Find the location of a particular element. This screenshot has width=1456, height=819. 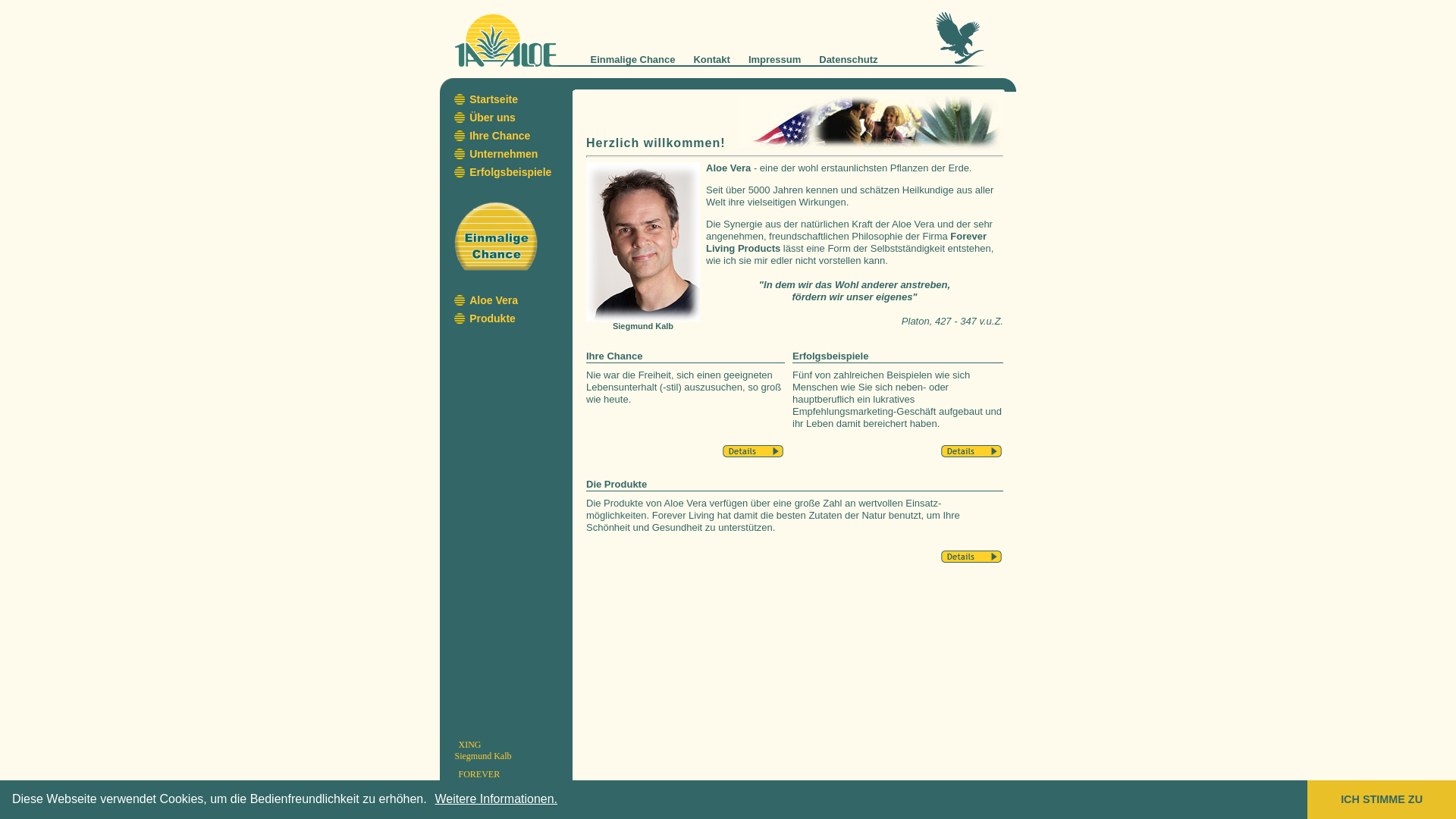

'Produkte' is located at coordinates (492, 318).